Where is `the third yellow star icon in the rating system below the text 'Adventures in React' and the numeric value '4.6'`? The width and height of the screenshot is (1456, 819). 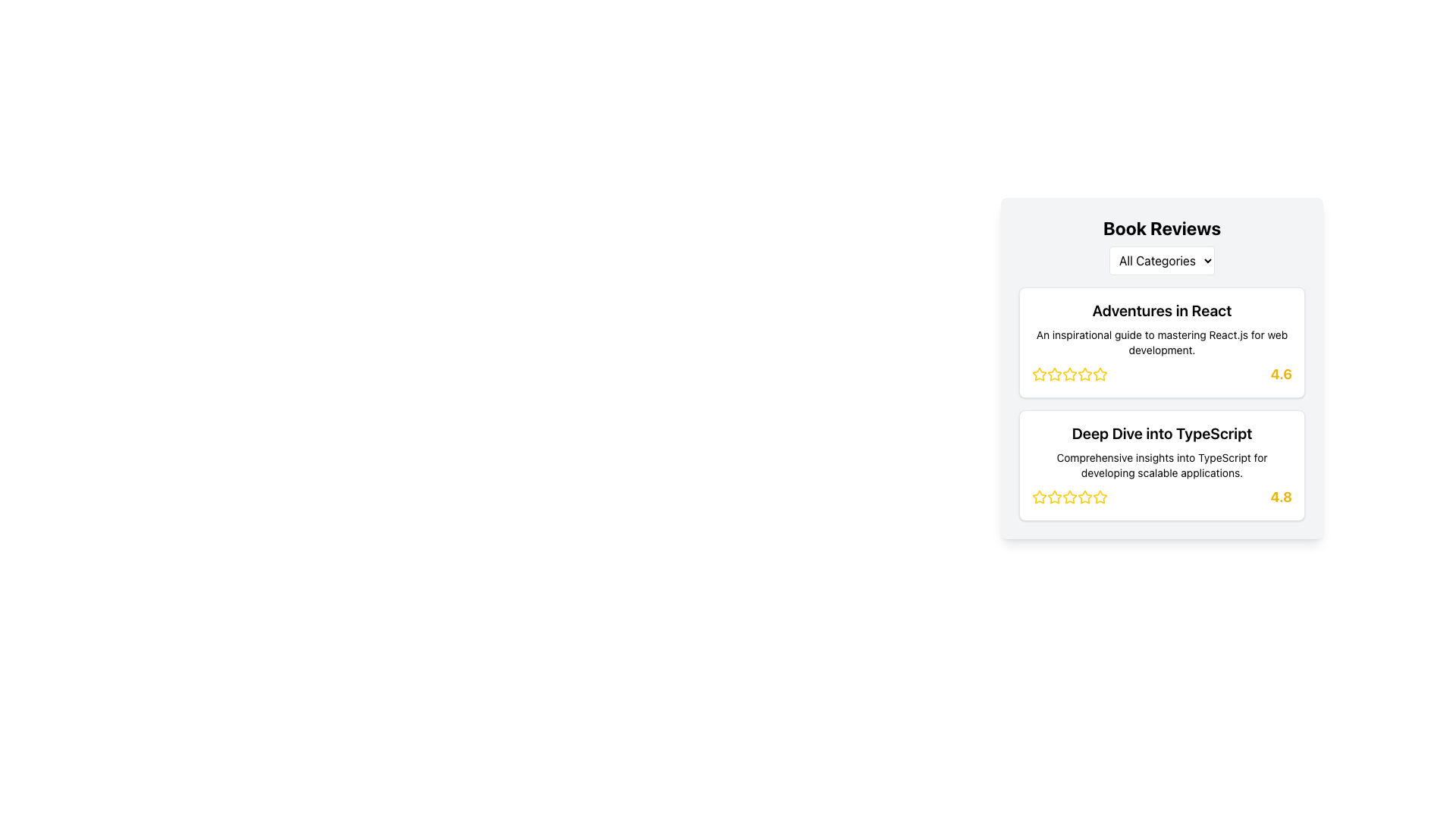
the third yellow star icon in the rating system below the text 'Adventures in React' and the numeric value '4.6' is located at coordinates (1069, 374).